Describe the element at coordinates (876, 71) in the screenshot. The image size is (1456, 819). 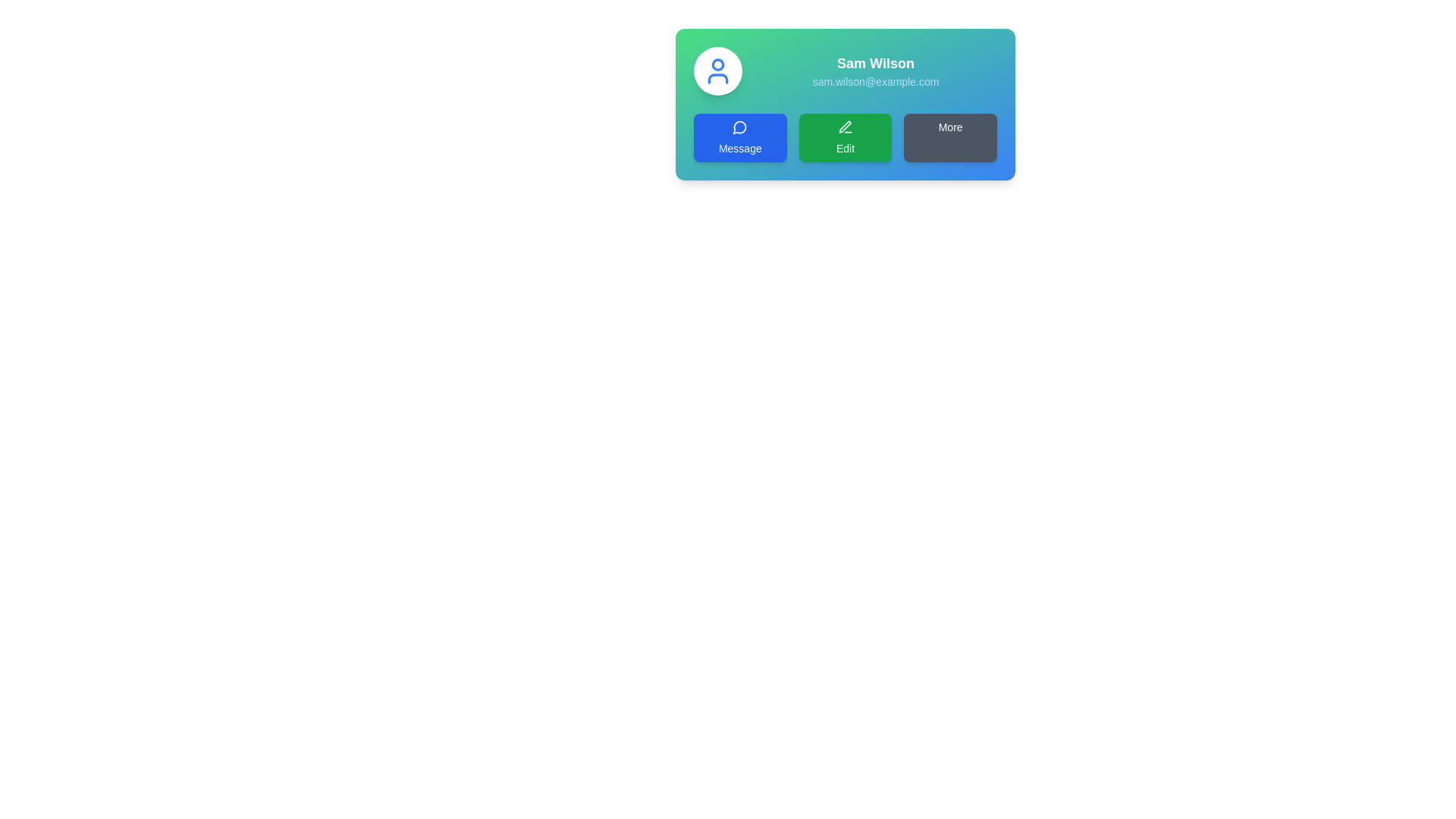
I see `displayed text in the Text Display Section featuring 'Sam Wilson' and 'sam.wilson@example.com', which is centrally positioned above the buttons and to the right of a circular icon` at that location.